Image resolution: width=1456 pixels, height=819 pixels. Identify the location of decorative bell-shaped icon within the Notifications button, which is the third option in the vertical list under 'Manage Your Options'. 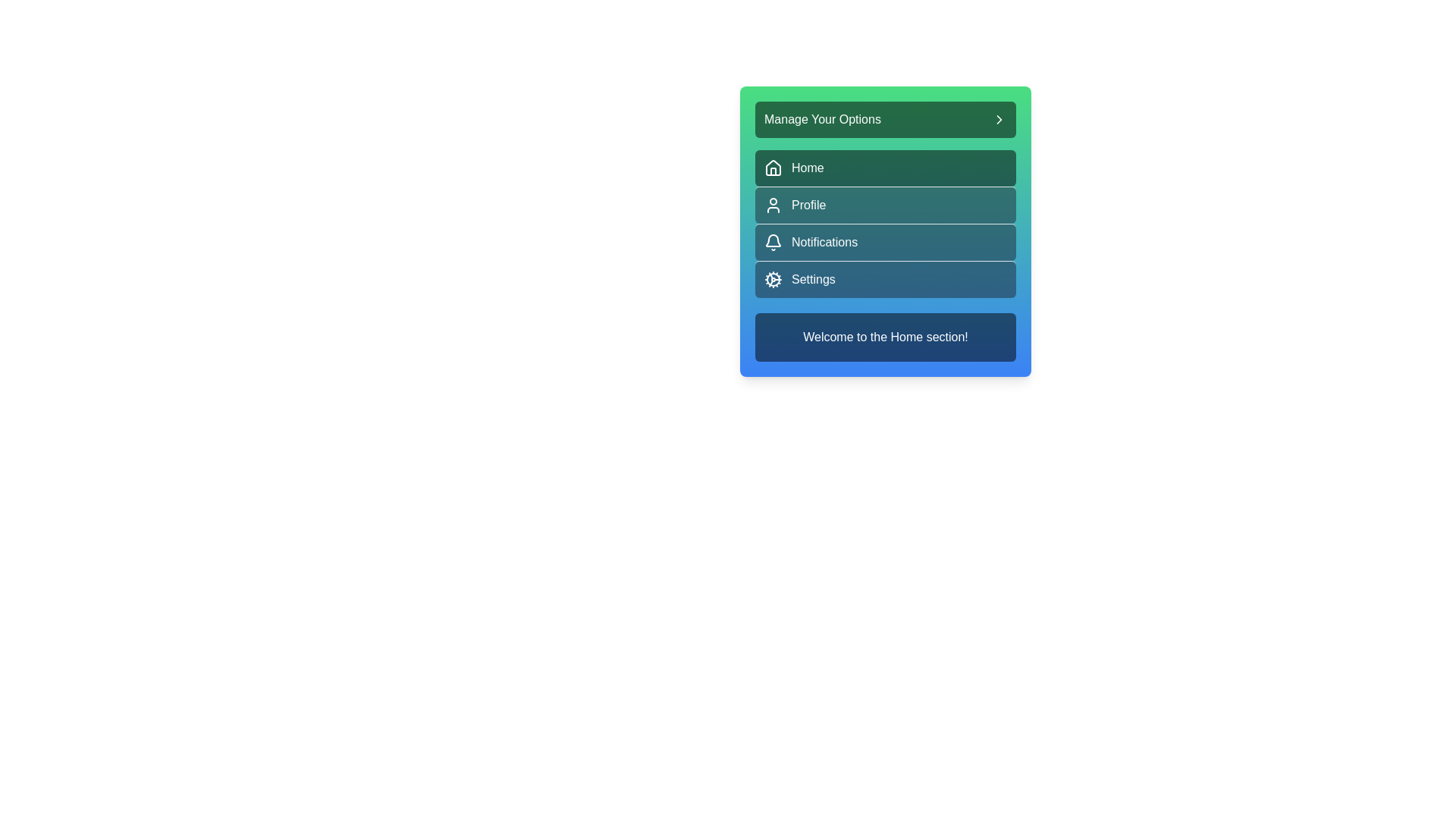
(773, 240).